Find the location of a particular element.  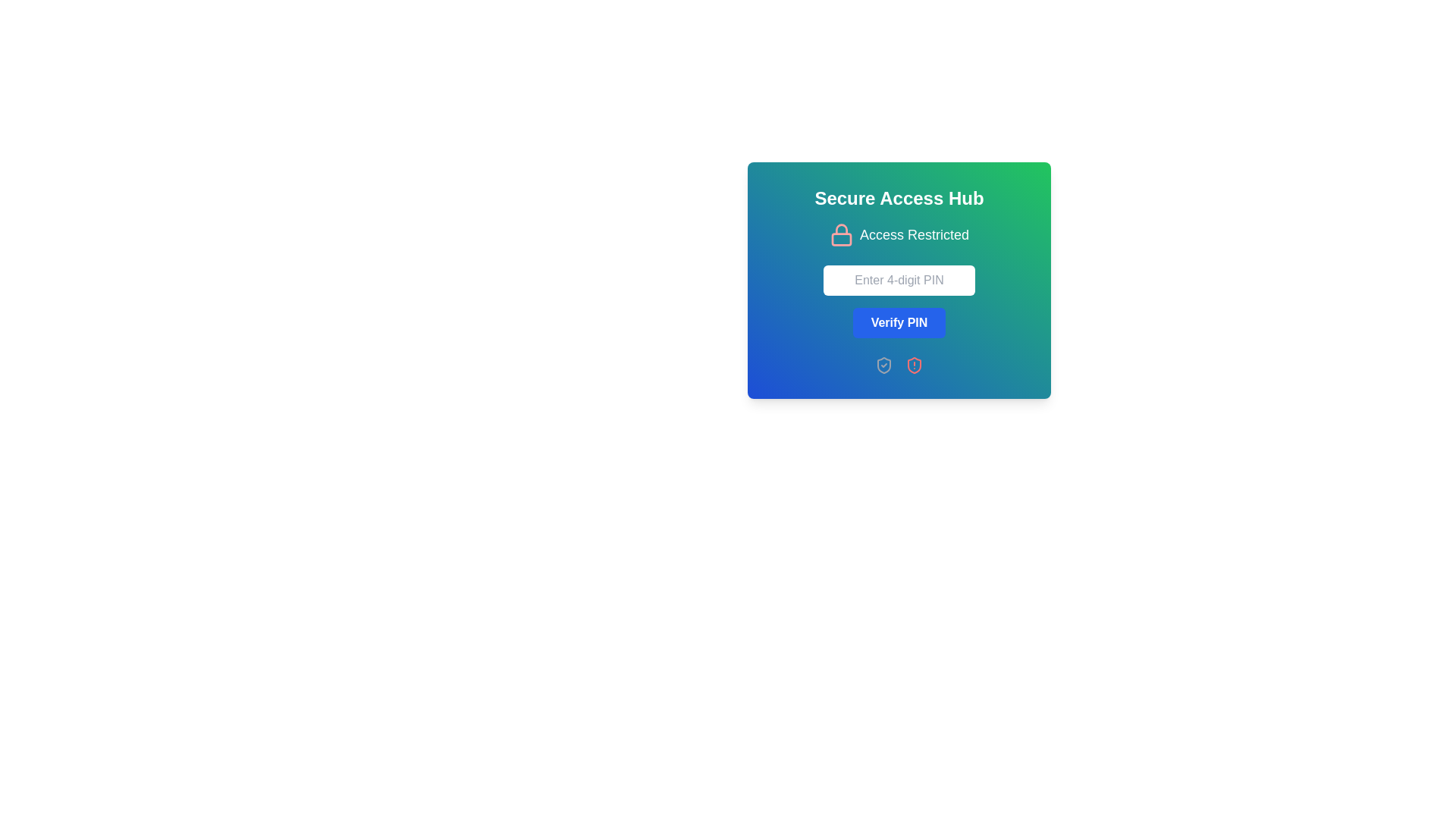

the Password Input Field located in the center of the 'Secure Access Hub' modal is located at coordinates (899, 281).